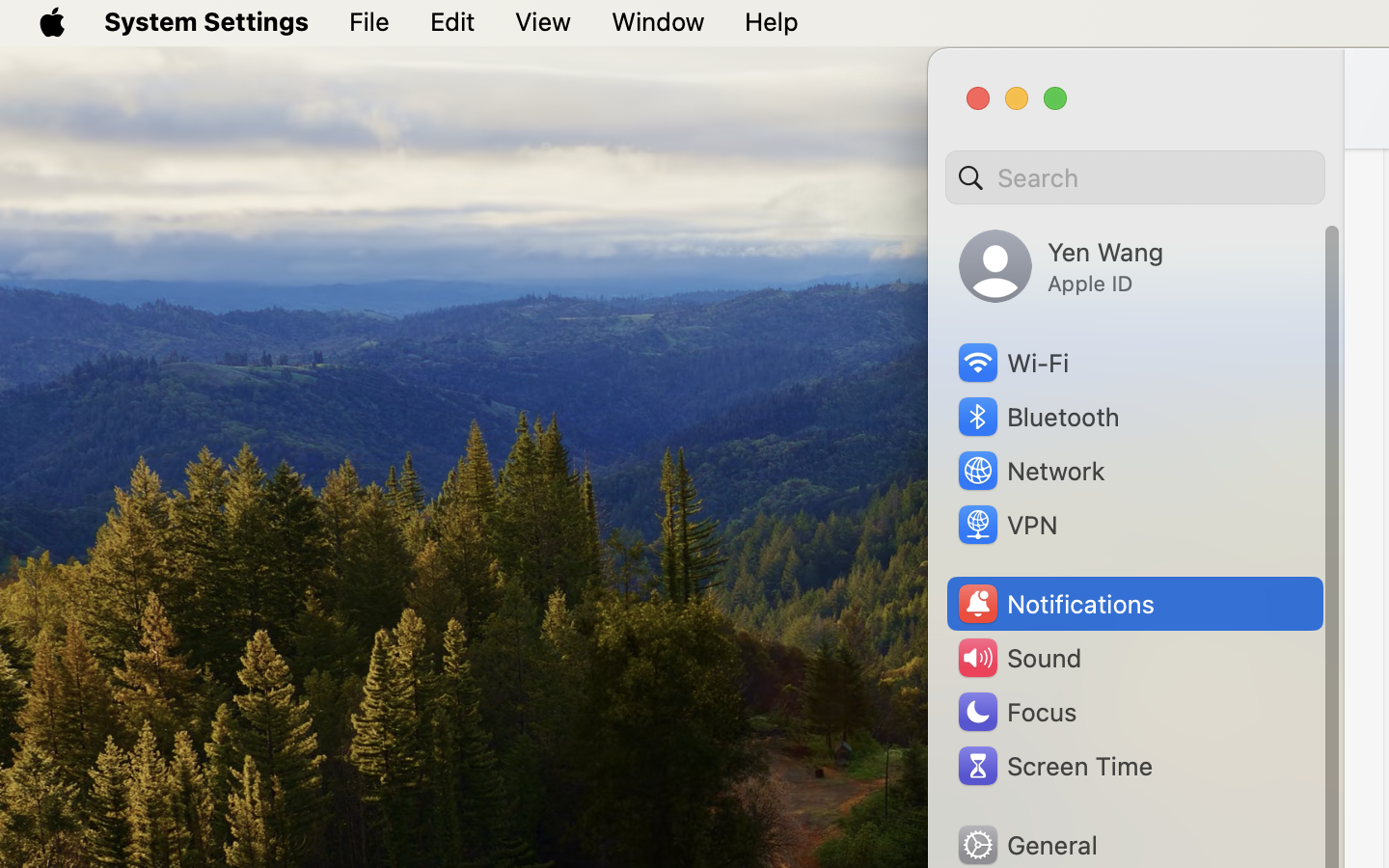 This screenshot has width=1389, height=868. What do you see at coordinates (1015, 711) in the screenshot?
I see `'Focus'` at bounding box center [1015, 711].